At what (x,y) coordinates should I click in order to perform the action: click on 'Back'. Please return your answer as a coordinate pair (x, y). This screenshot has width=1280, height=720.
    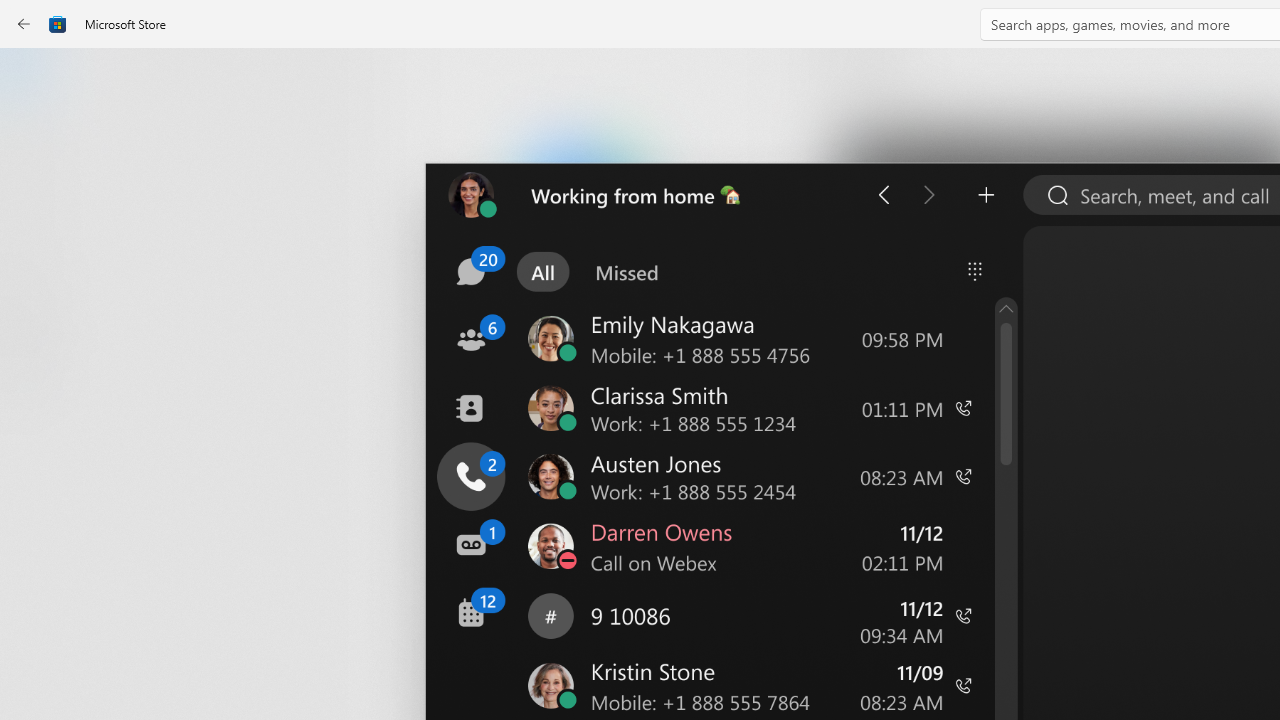
    Looking at the image, I should click on (24, 24).